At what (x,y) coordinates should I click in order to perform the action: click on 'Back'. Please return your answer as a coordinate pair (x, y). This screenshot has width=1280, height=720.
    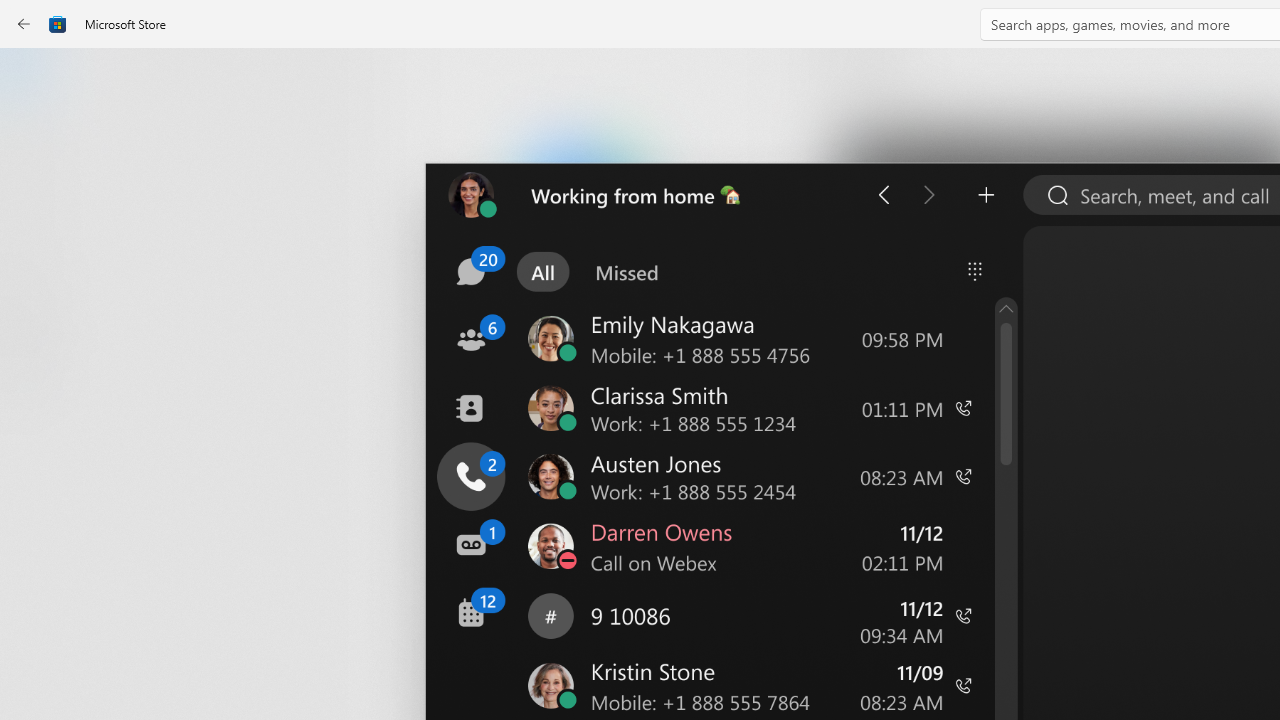
    Looking at the image, I should click on (24, 24).